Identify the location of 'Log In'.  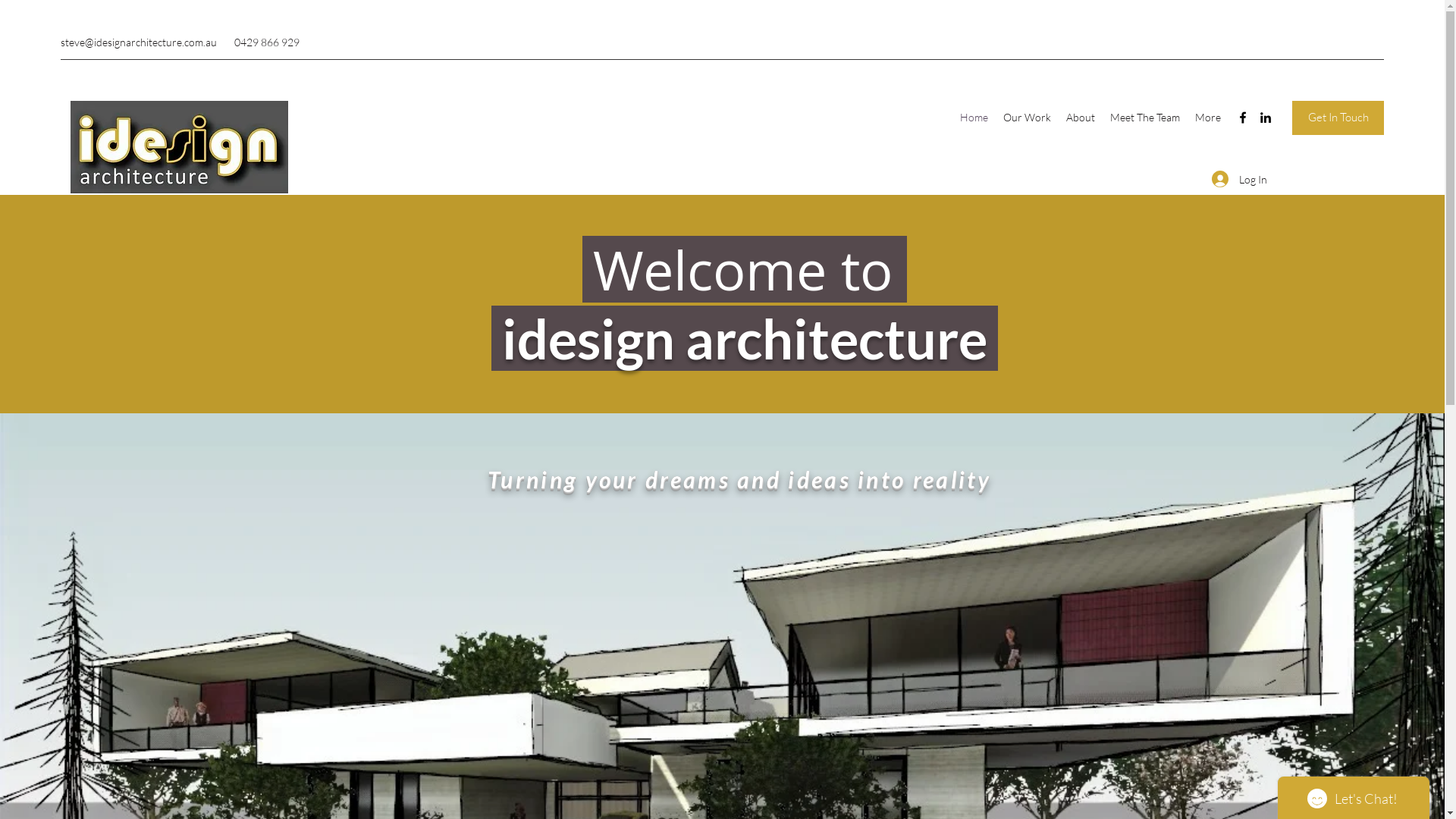
(1239, 178).